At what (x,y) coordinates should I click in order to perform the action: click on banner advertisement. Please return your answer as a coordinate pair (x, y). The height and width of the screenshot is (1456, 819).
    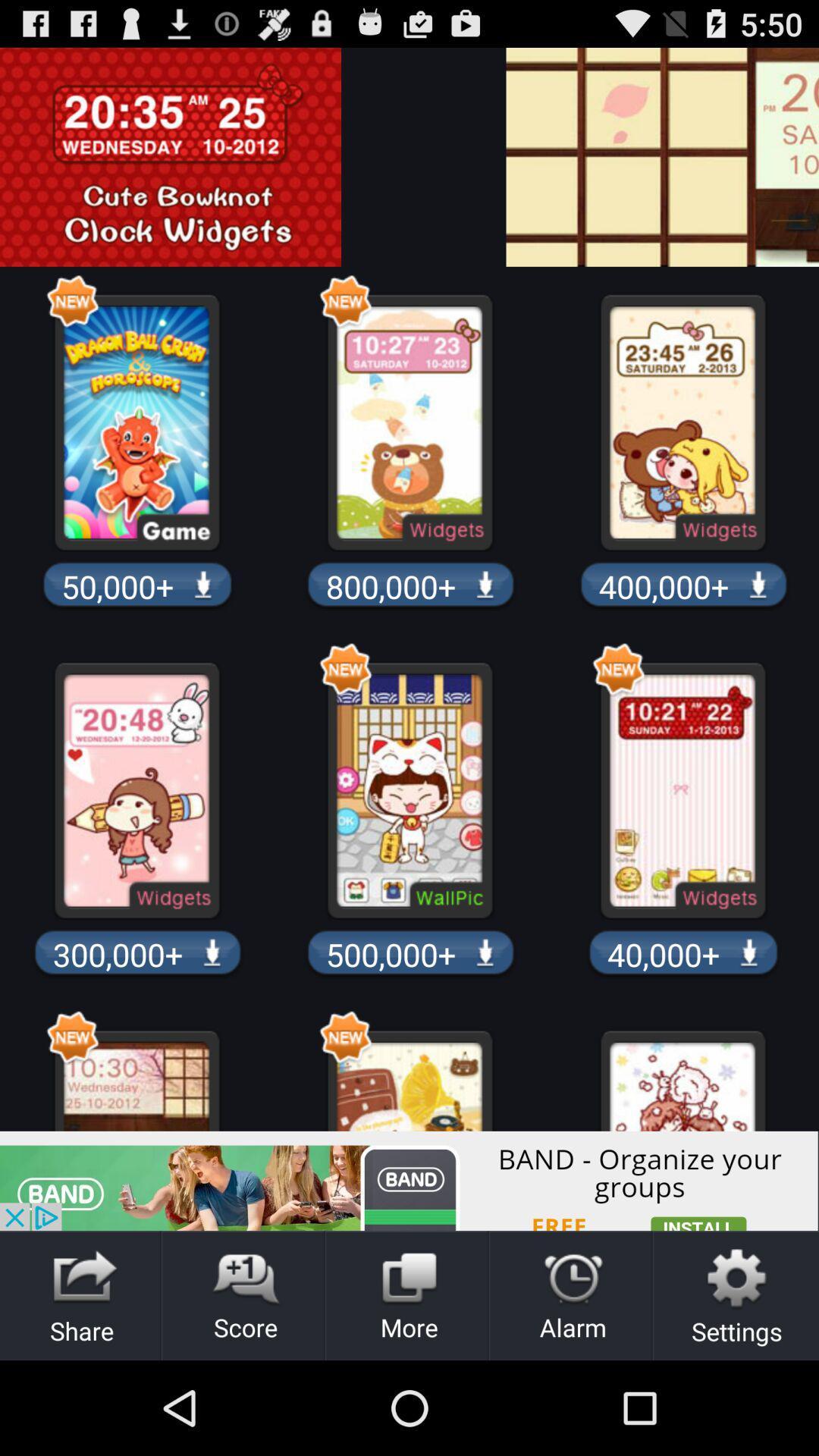
    Looking at the image, I should click on (409, 1180).